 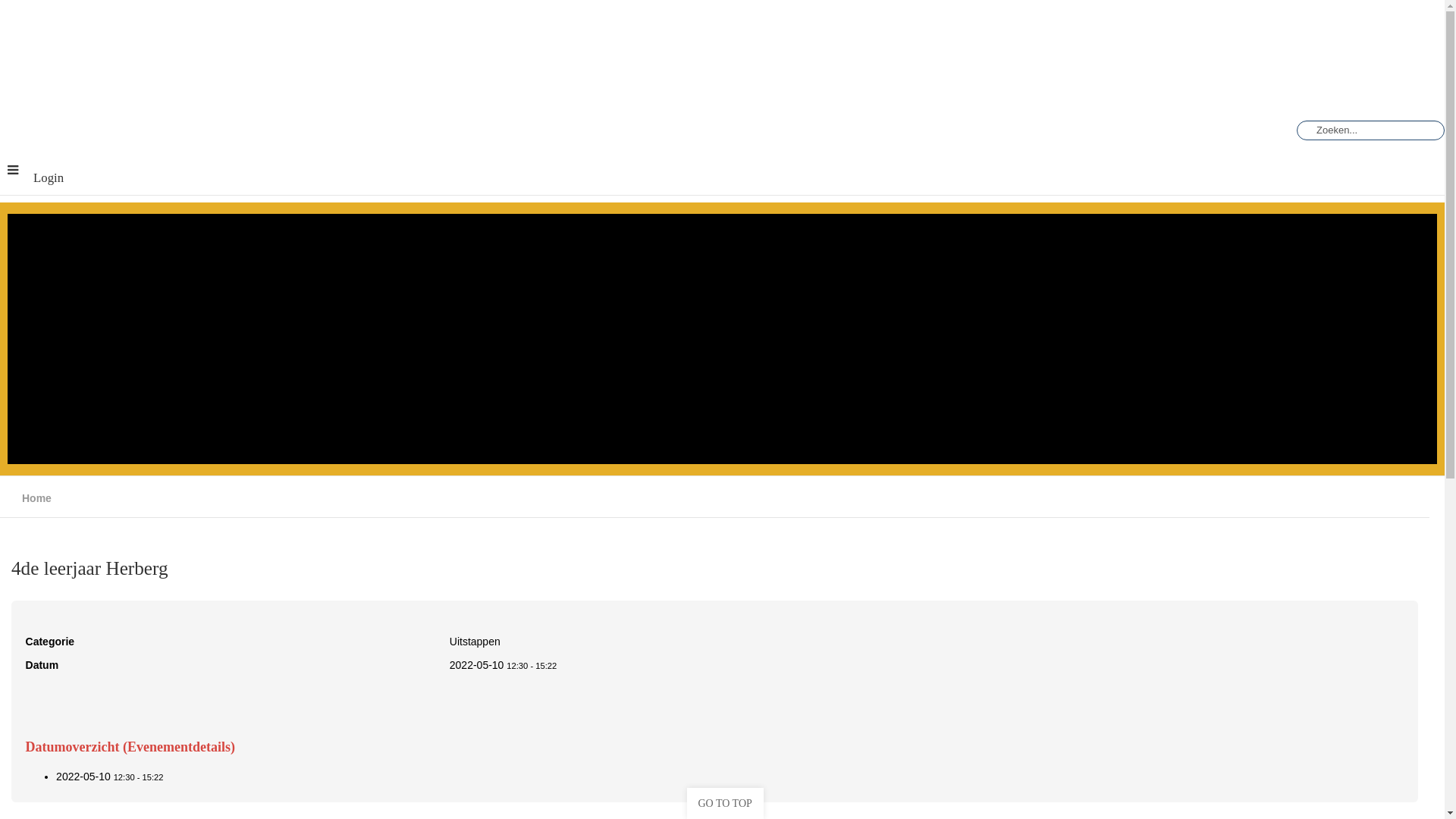 I want to click on 'U bevindt zich hier: ', so click(x=17, y=497).